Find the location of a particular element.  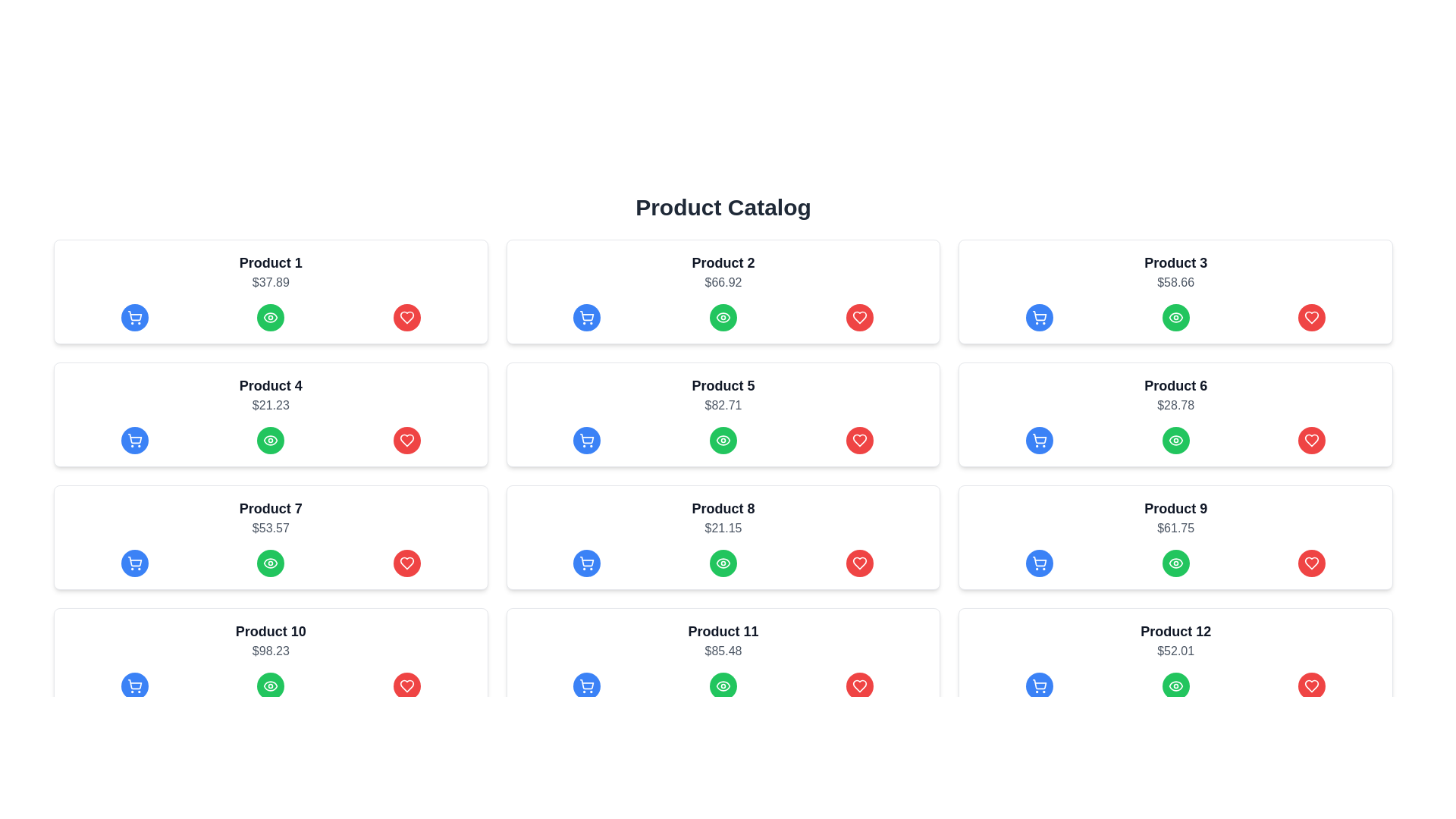

the heart-shaped icon at the right end of the product card for 'Product 9' to mark the product as favorite or unfavorite is located at coordinates (1311, 686).